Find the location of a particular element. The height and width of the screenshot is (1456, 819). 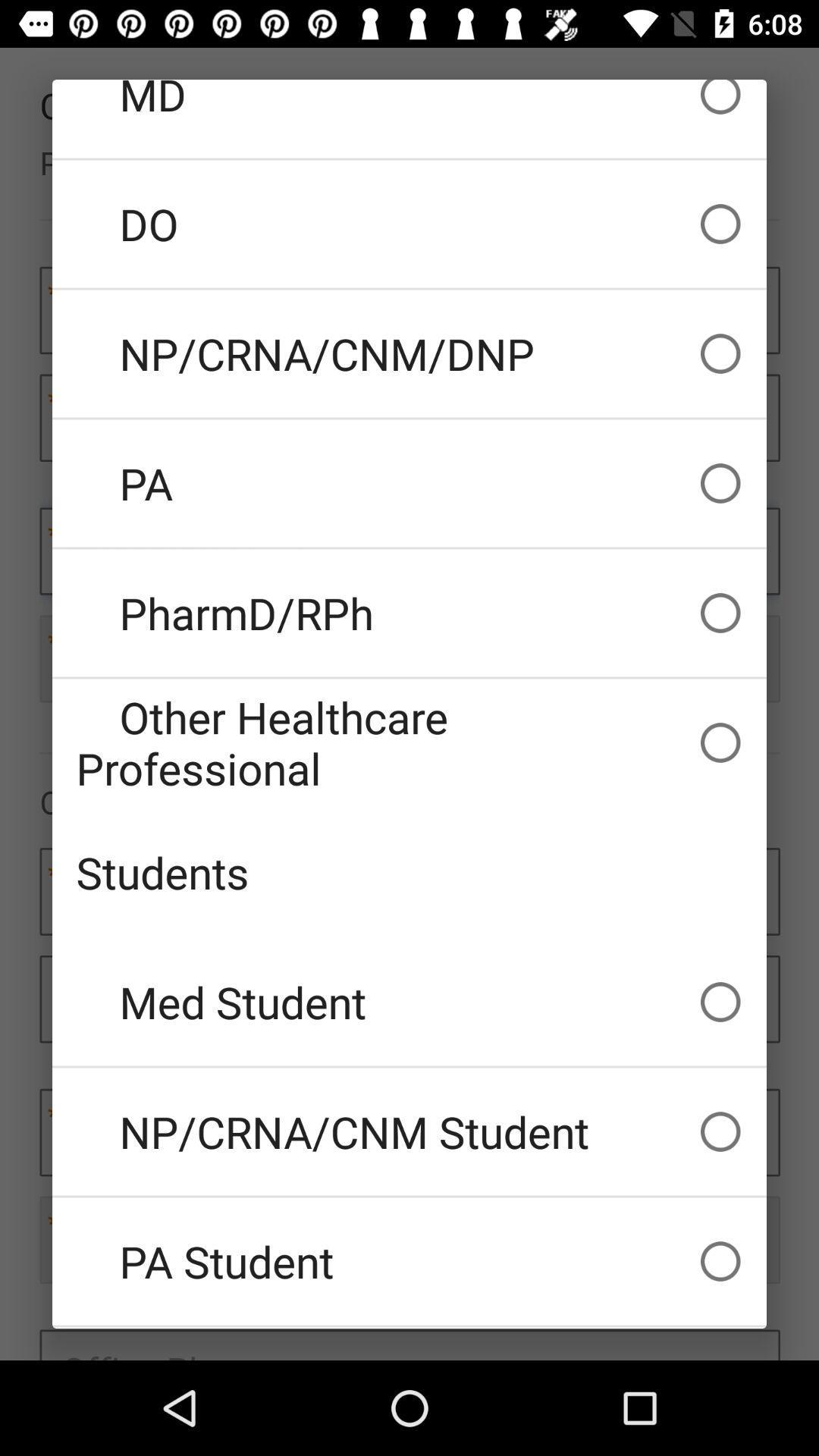

item below np crna cnm icon is located at coordinates (409, 1261).